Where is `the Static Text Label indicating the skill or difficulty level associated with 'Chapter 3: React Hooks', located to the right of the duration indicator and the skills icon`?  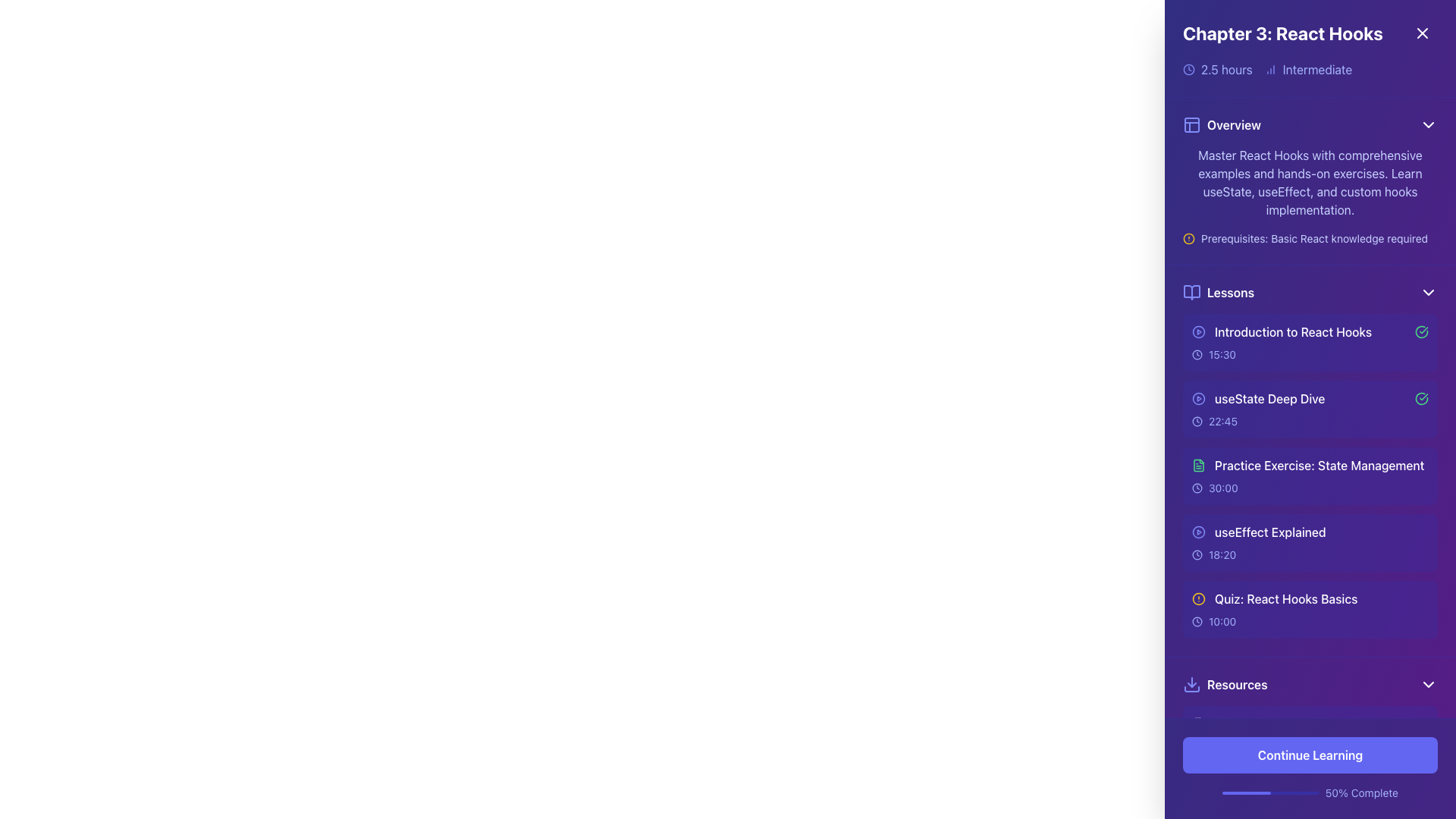
the Static Text Label indicating the skill or difficulty level associated with 'Chapter 3: React Hooks', located to the right of the duration indicator and the skills icon is located at coordinates (1316, 70).